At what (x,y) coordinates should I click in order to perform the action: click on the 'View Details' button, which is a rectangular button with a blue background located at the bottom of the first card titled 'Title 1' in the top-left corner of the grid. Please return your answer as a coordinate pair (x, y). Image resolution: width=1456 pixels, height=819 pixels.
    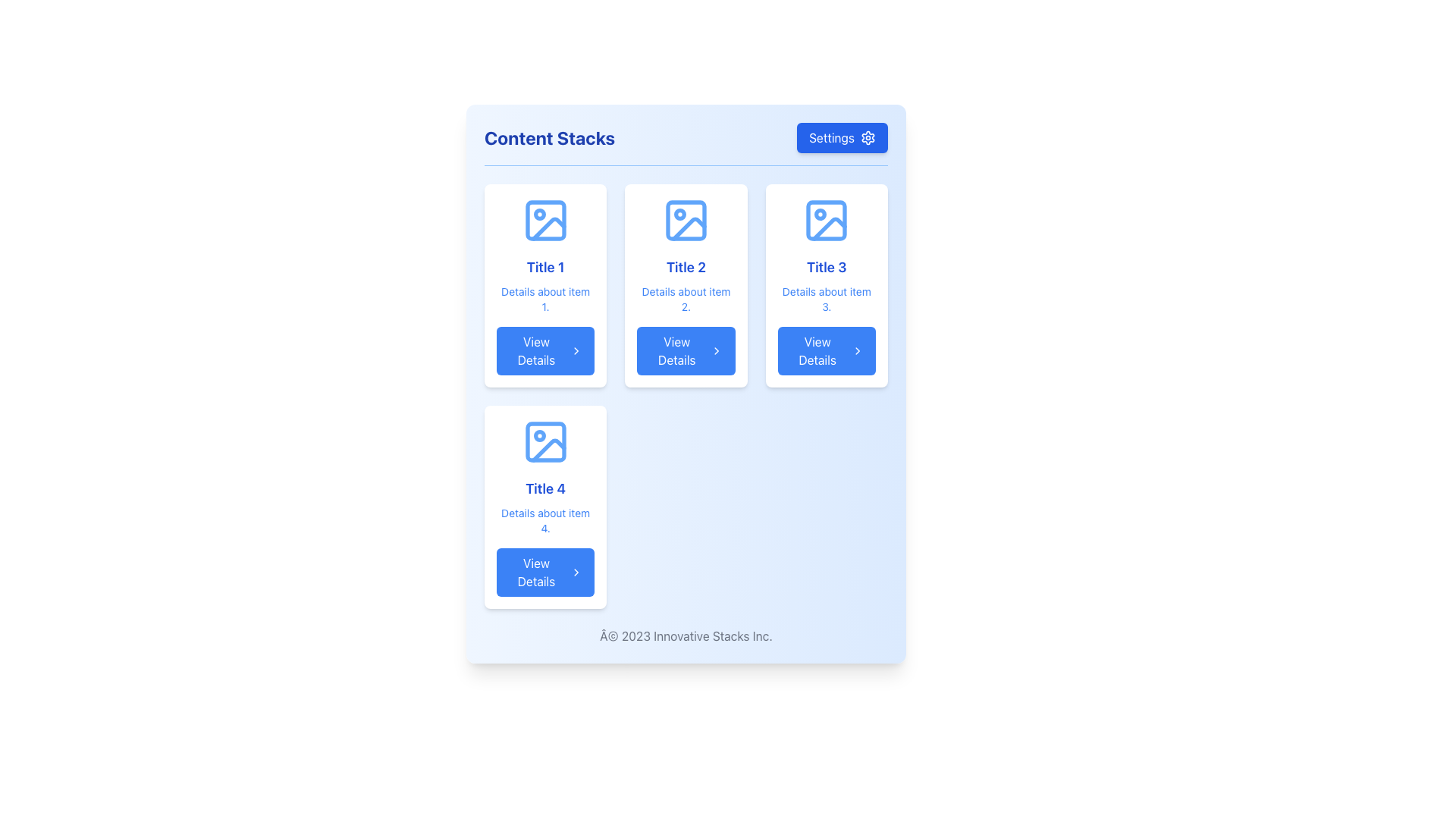
    Looking at the image, I should click on (545, 350).